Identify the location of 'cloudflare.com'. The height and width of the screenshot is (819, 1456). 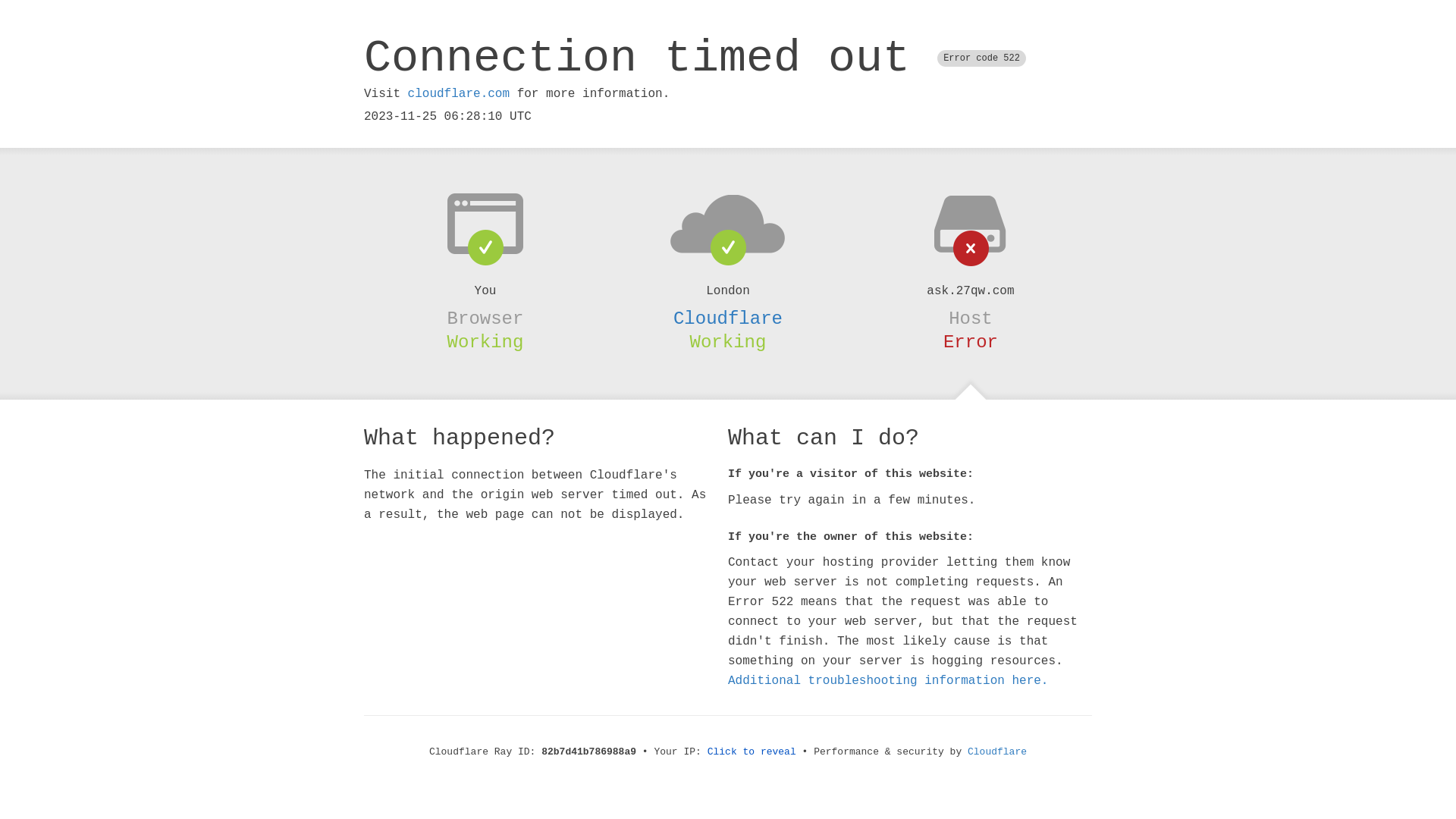
(457, 93).